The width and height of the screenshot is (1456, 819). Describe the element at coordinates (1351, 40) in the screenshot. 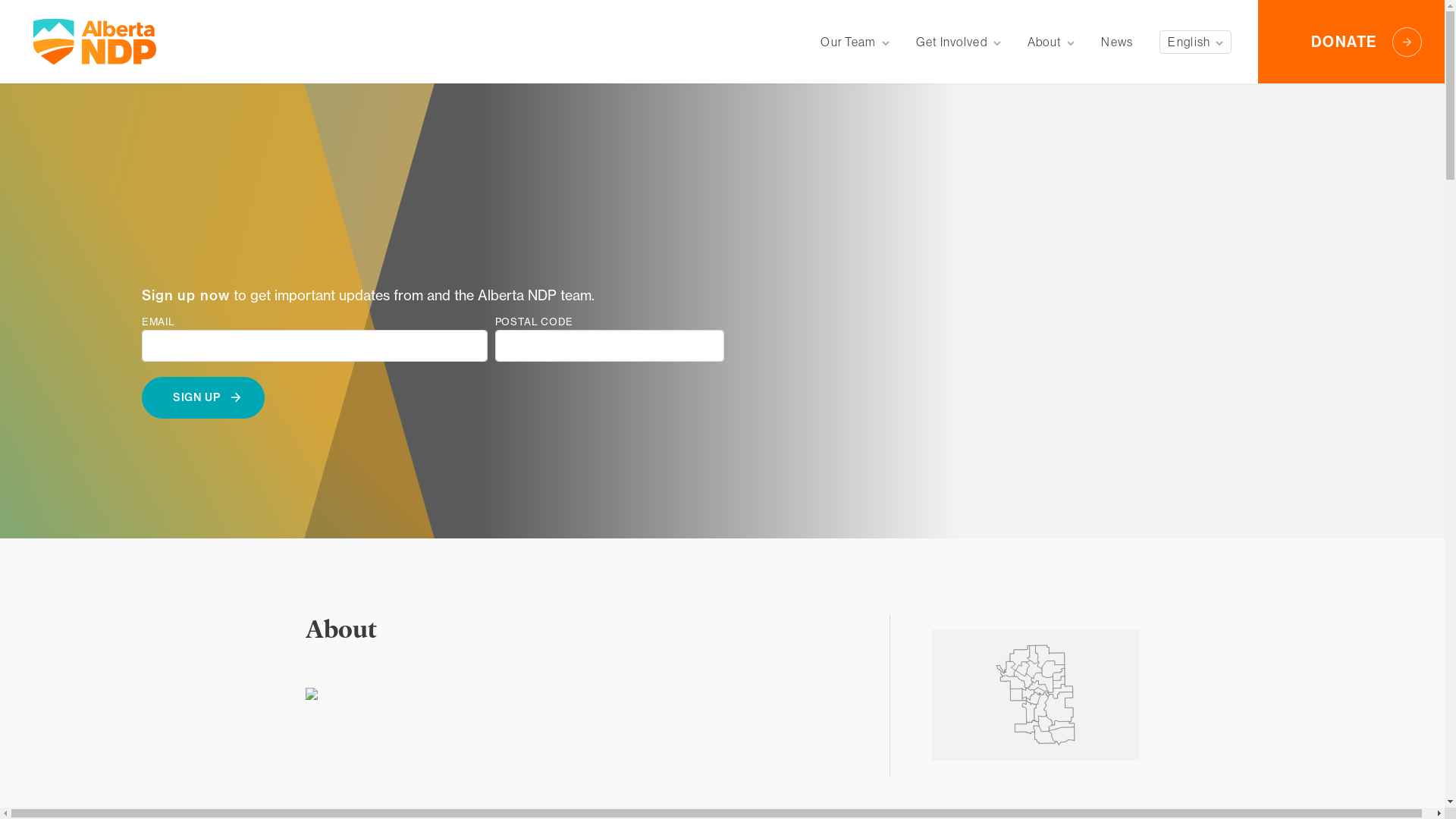

I see `'DONATE'` at that location.